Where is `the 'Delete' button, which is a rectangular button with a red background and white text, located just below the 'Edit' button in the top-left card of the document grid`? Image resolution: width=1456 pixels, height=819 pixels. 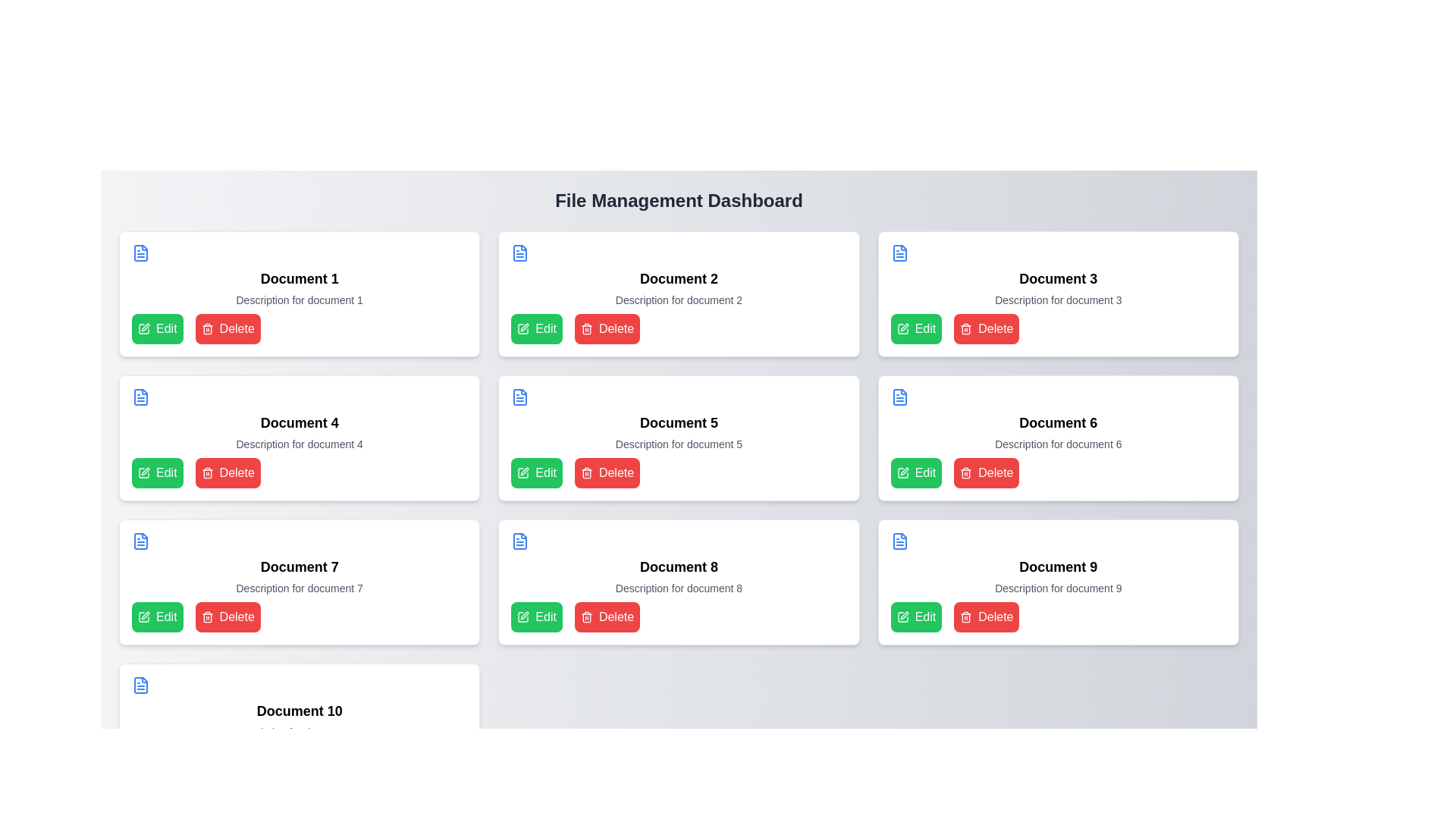 the 'Delete' button, which is a rectangular button with a red background and white text, located just below the 'Edit' button in the top-left card of the document grid is located at coordinates (227, 328).